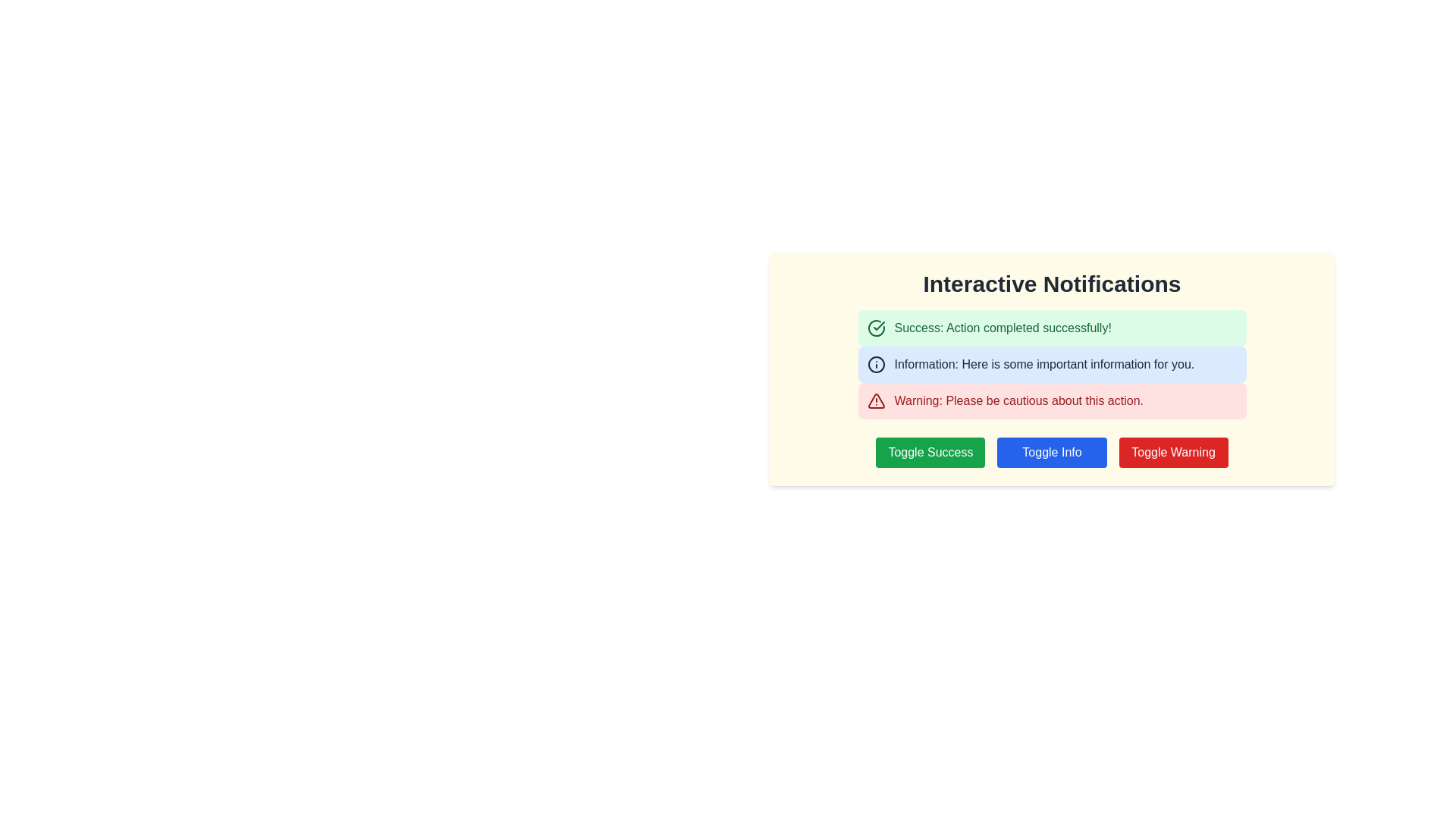 The height and width of the screenshot is (819, 1456). I want to click on the circular visual component styled as a partial checkmark within the first notification entry labeled 'Success: Action completed successfully!', so click(876, 327).